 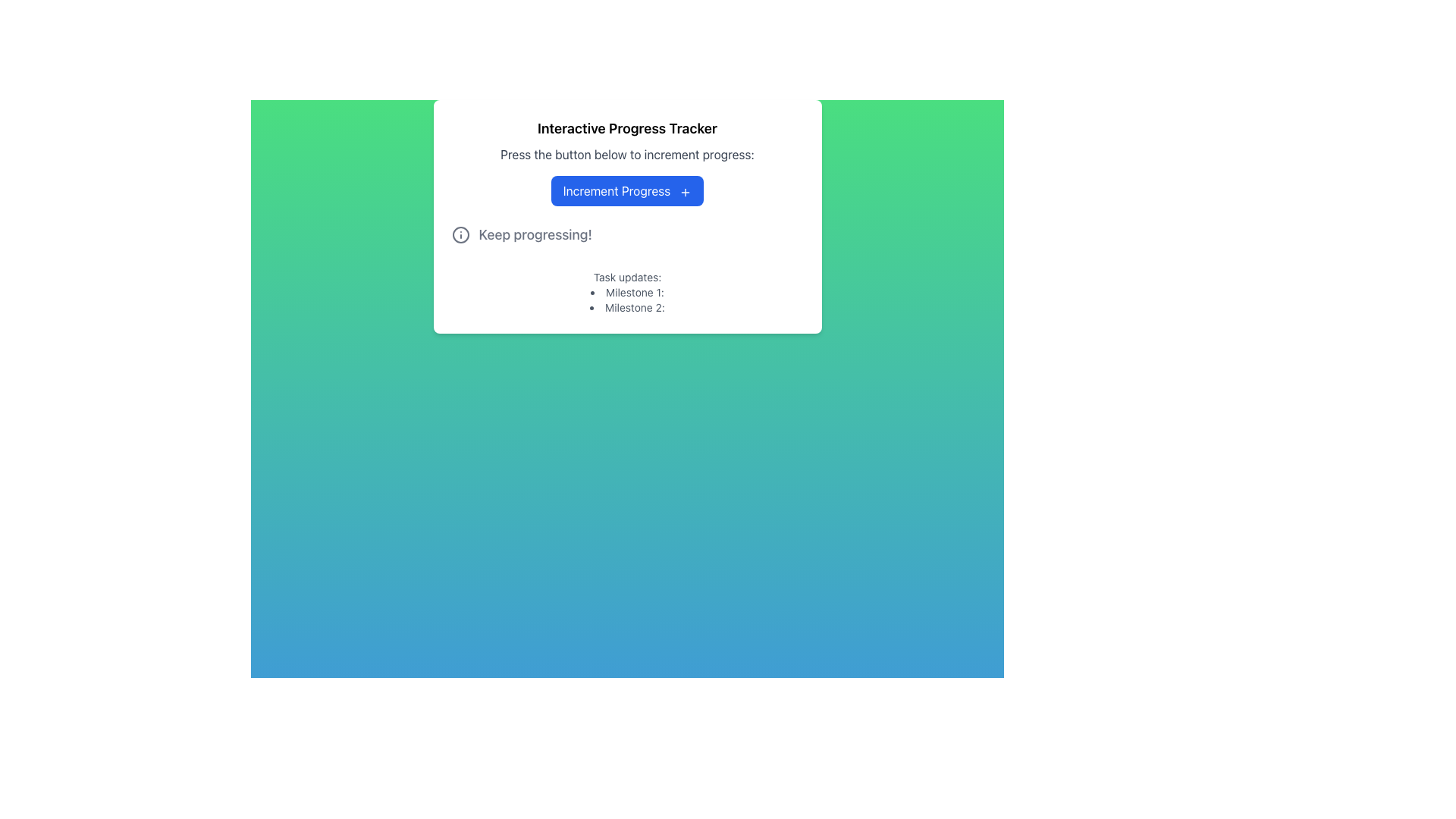 I want to click on the text element displaying 'Milestone 1:', which is styled with a dark gray font and is the first item in the list under 'Task updates', so click(x=627, y=292).